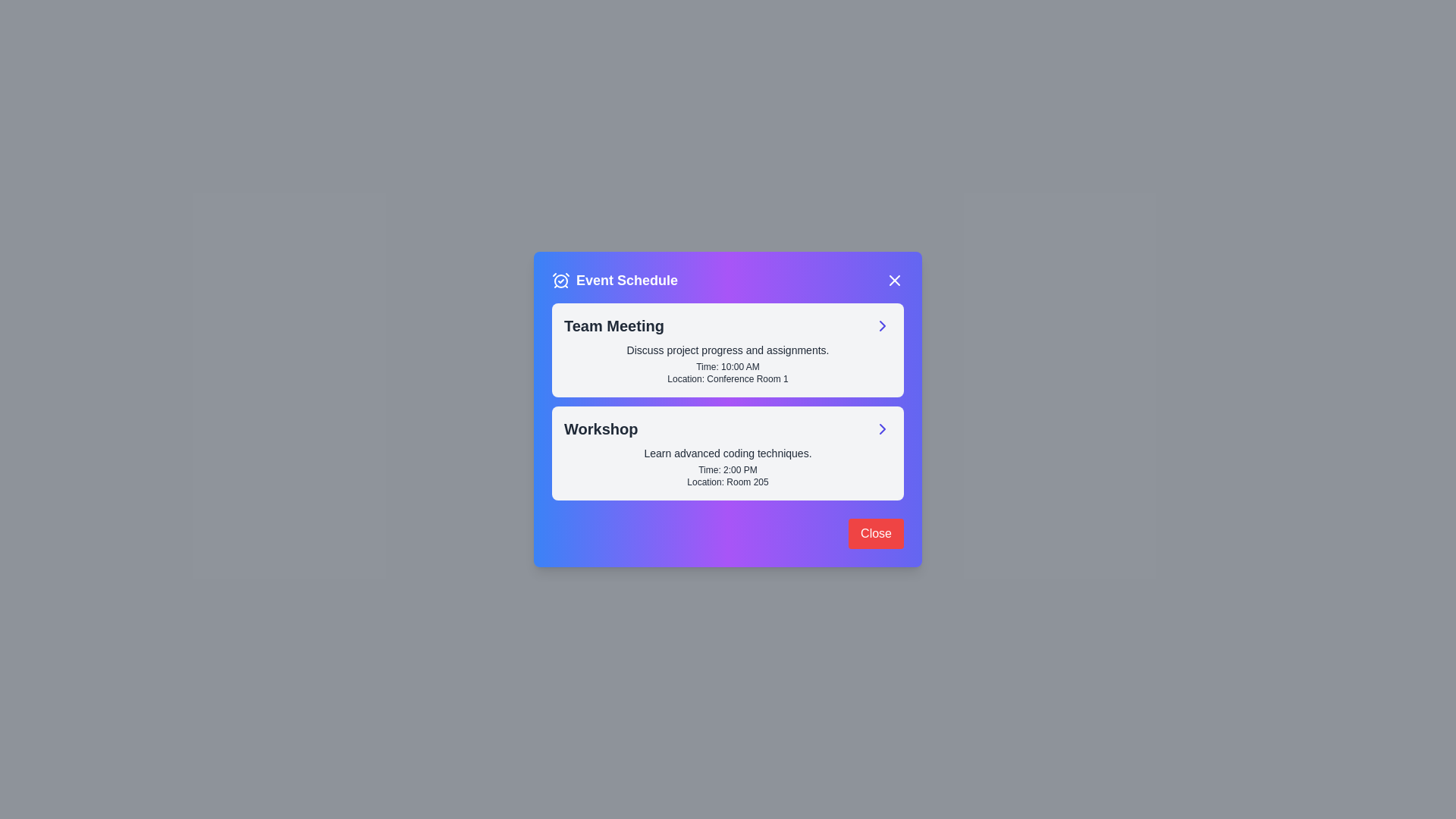 The image size is (1456, 819). I want to click on the event Workshop by clicking on its corresponding area, so click(882, 429).